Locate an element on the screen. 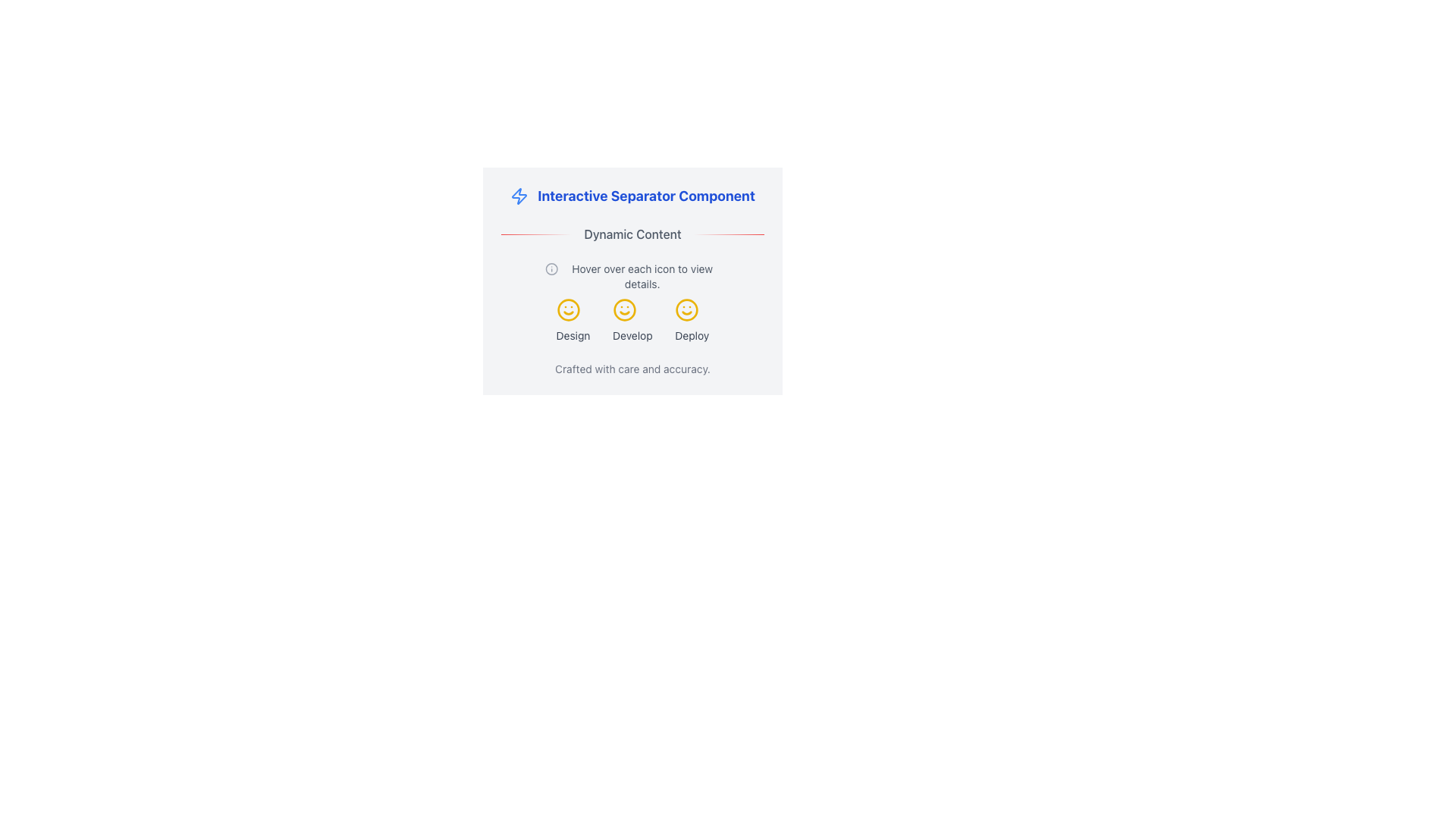  the middle circular icon with a yellow outline, which is part of a smiling face illustration, located beneath the heading 'Dynamic Content' and positioned between the 'Design' and 'Deploy' icons is located at coordinates (625, 309).